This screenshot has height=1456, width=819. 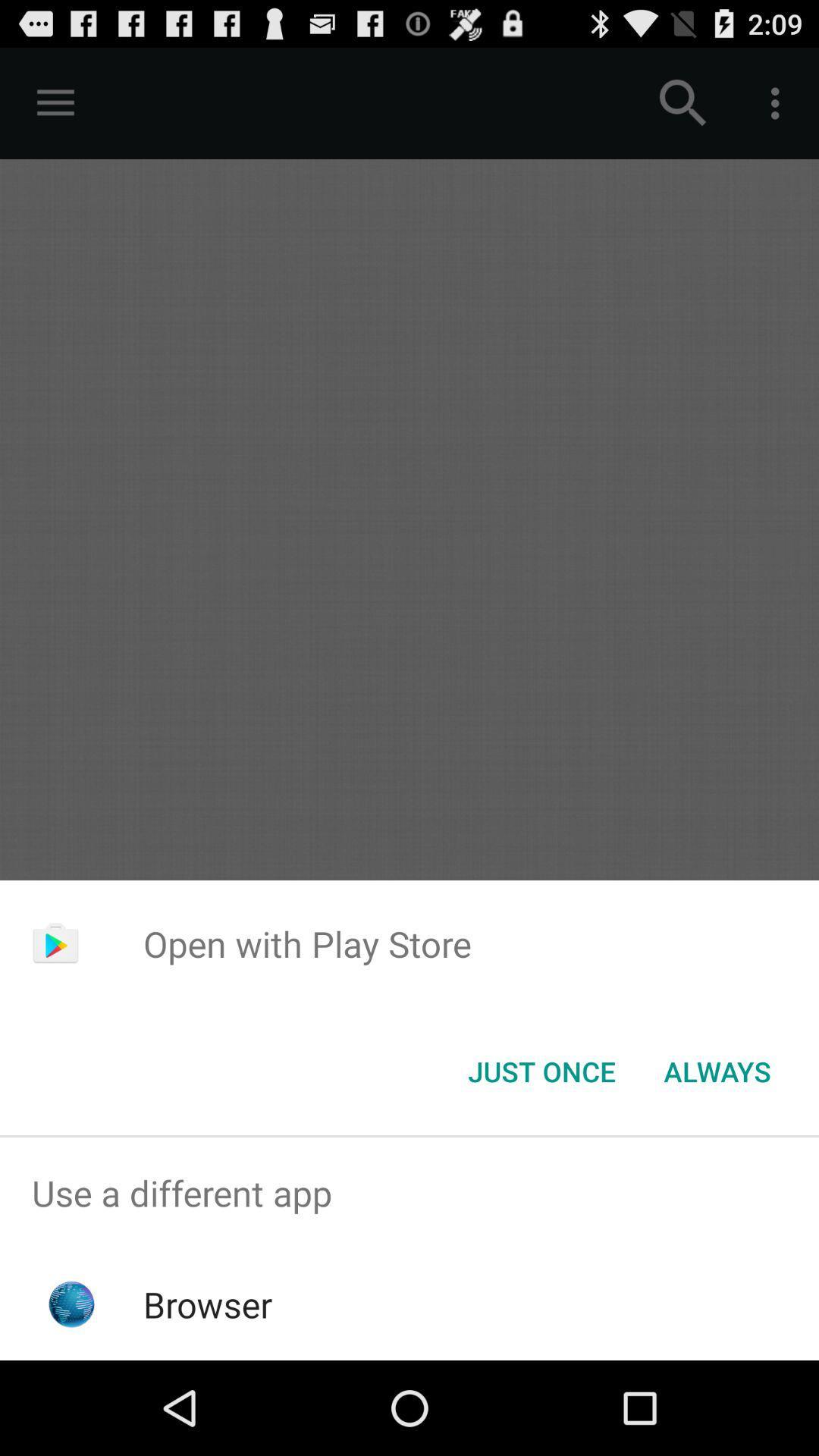 I want to click on icon below the open with play item, so click(x=541, y=1070).